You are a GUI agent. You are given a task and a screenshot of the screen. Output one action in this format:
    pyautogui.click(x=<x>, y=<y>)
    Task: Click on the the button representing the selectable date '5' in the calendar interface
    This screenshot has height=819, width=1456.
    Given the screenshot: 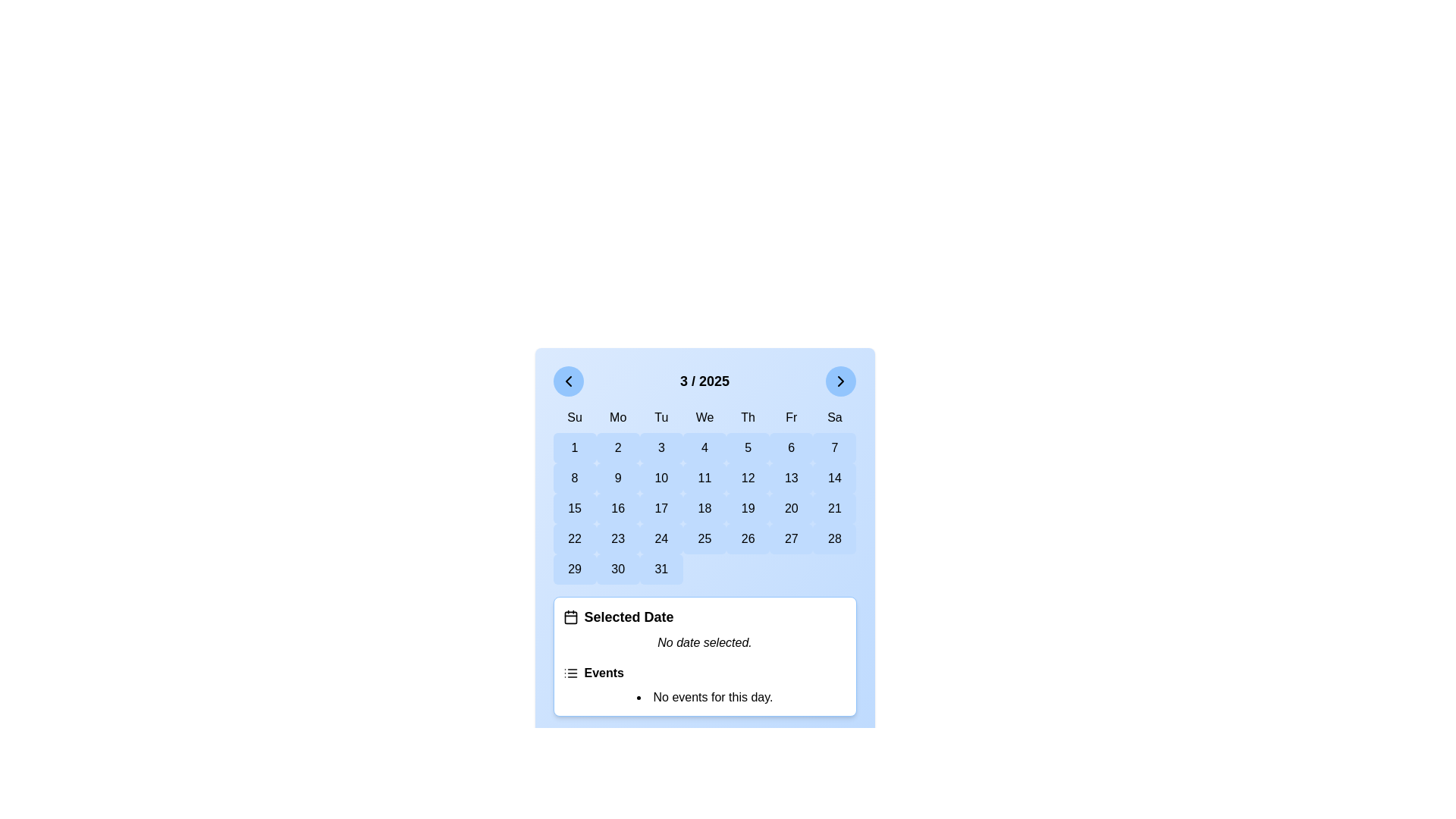 What is the action you would take?
    pyautogui.click(x=748, y=447)
    